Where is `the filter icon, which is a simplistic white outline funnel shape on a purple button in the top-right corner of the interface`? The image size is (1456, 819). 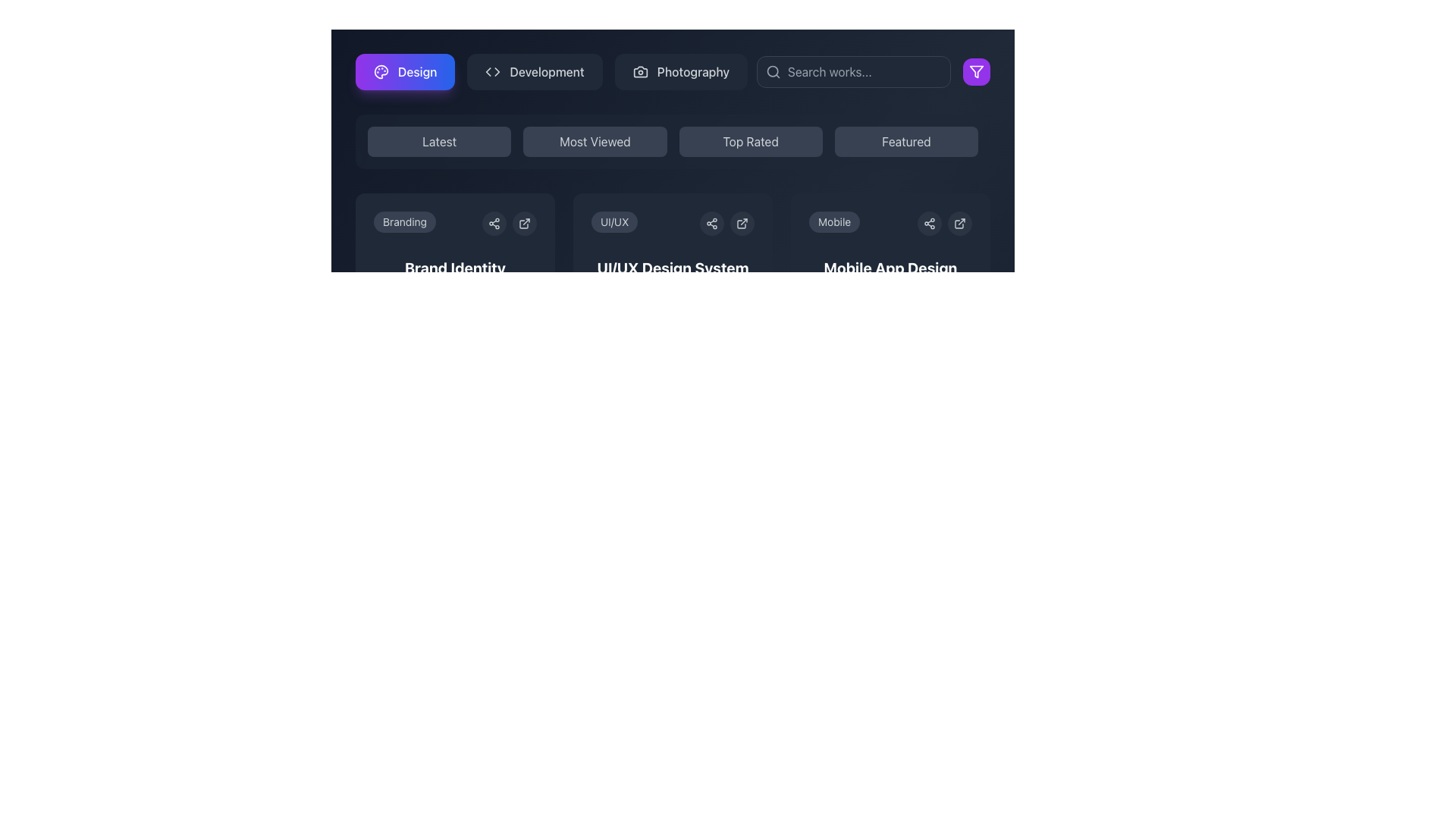 the filter icon, which is a simplistic white outline funnel shape on a purple button in the top-right corner of the interface is located at coordinates (976, 72).